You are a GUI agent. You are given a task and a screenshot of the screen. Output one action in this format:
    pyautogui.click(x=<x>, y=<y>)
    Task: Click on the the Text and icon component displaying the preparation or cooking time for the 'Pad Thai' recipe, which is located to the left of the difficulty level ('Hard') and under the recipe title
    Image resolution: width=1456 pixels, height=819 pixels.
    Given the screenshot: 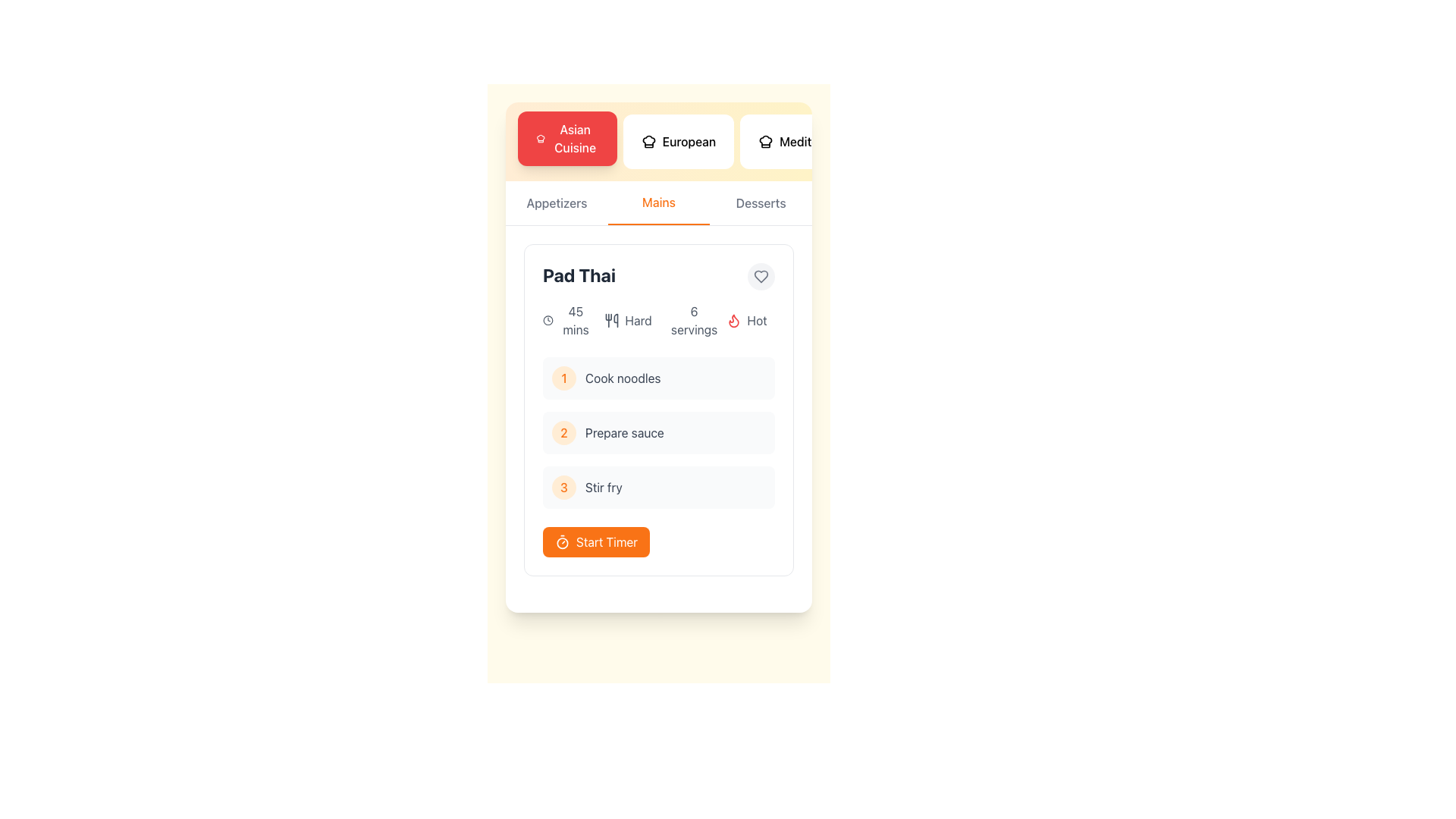 What is the action you would take?
    pyautogui.click(x=566, y=320)
    